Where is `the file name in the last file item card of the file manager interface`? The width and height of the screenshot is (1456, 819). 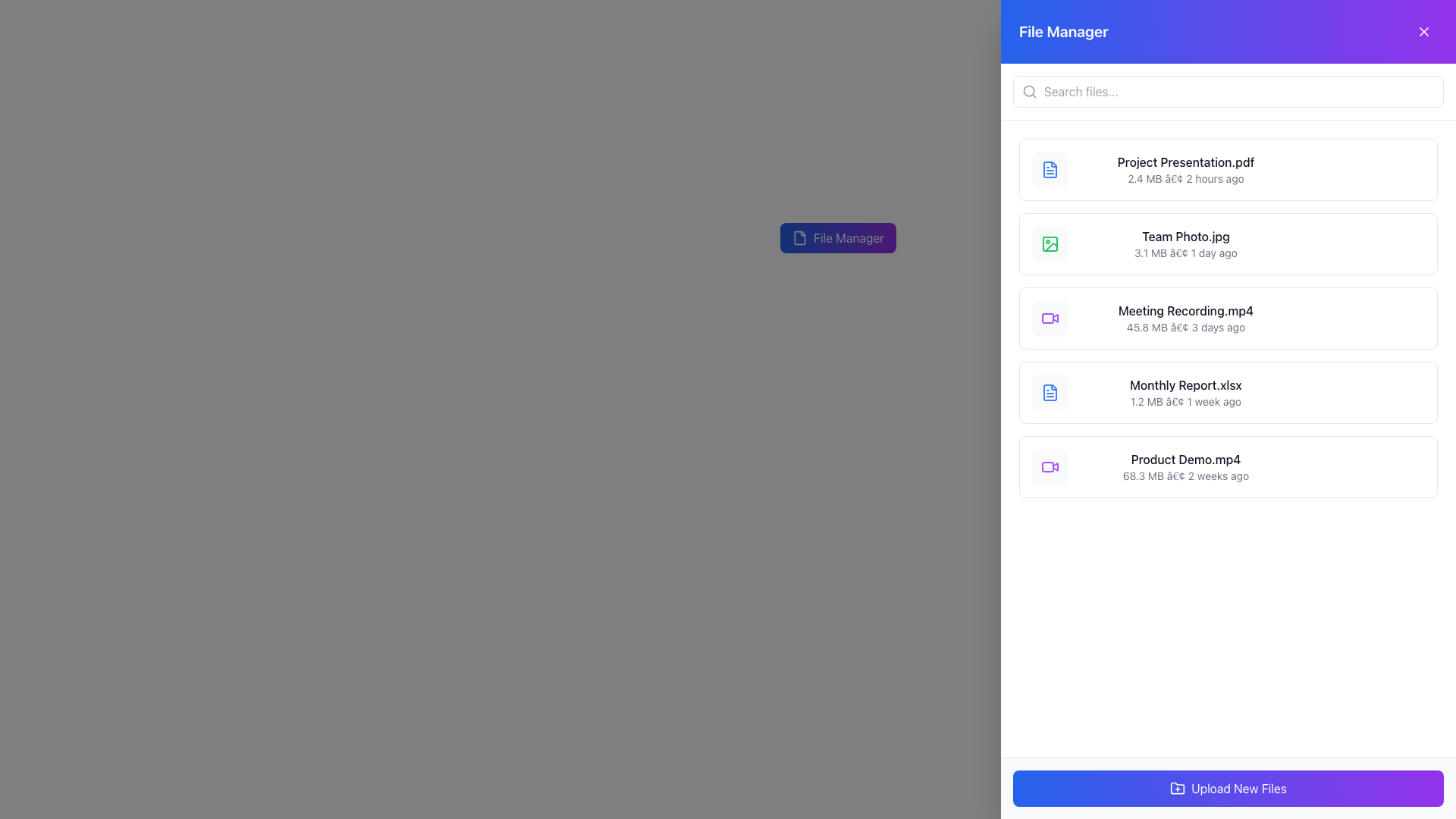 the file name in the last file item card of the file manager interface is located at coordinates (1228, 466).